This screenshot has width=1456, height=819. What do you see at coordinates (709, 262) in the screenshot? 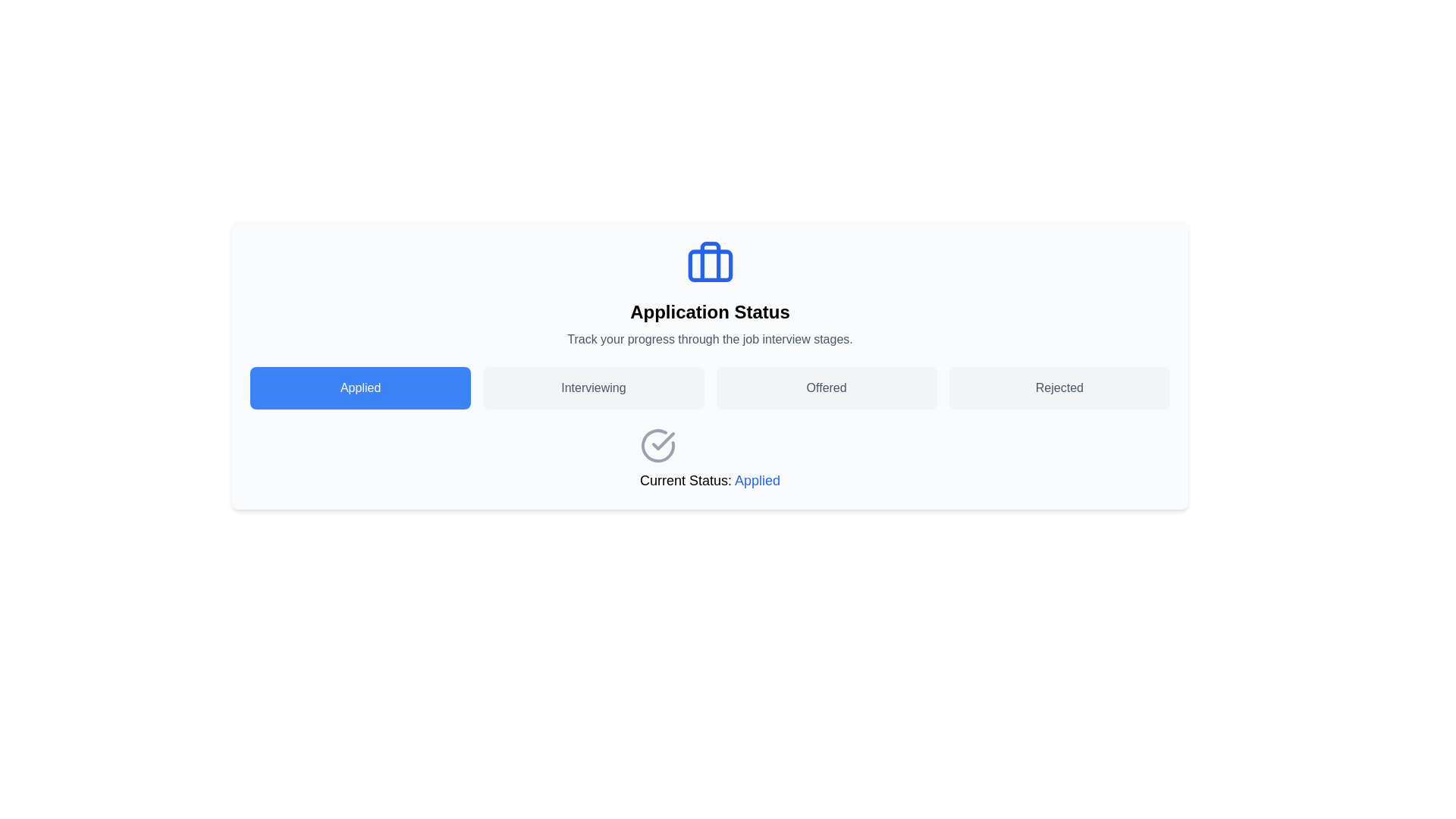
I see `the blue briefcase icon located at the top center of the 'Application Status' section, which is directly above the text 'Application Status'` at bounding box center [709, 262].